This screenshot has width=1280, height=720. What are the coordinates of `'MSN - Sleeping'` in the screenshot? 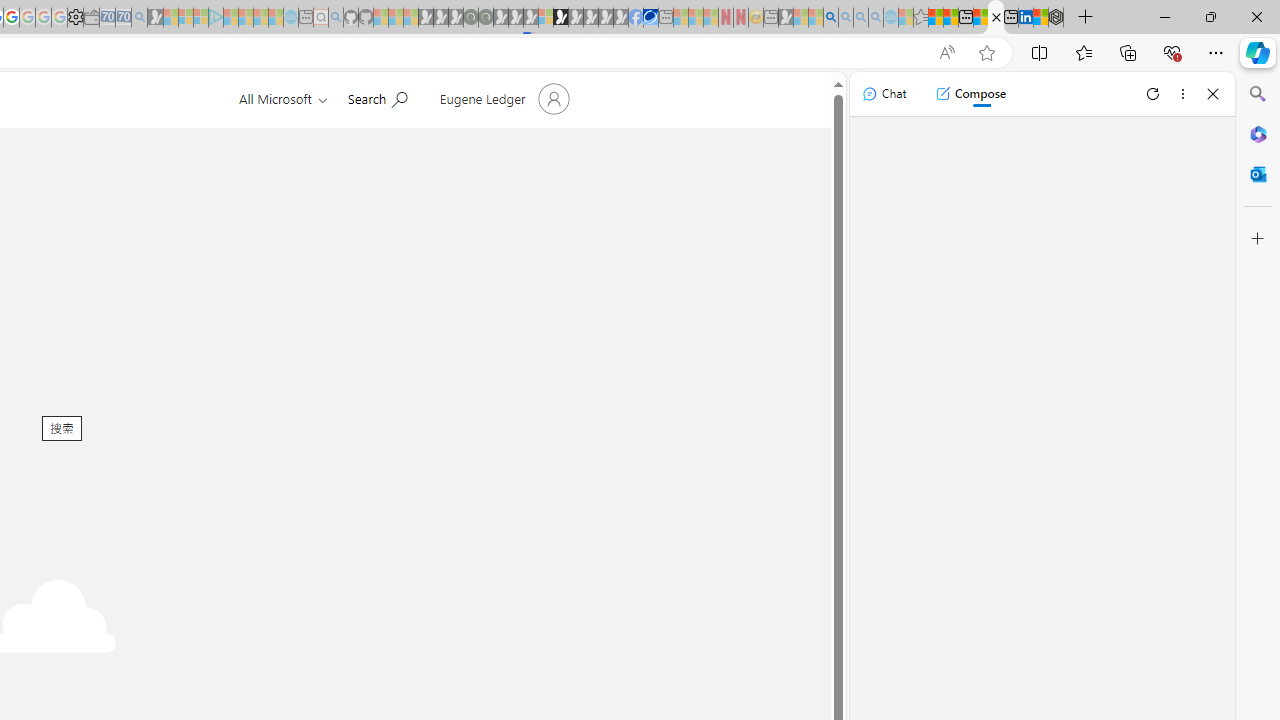 It's located at (785, 17).